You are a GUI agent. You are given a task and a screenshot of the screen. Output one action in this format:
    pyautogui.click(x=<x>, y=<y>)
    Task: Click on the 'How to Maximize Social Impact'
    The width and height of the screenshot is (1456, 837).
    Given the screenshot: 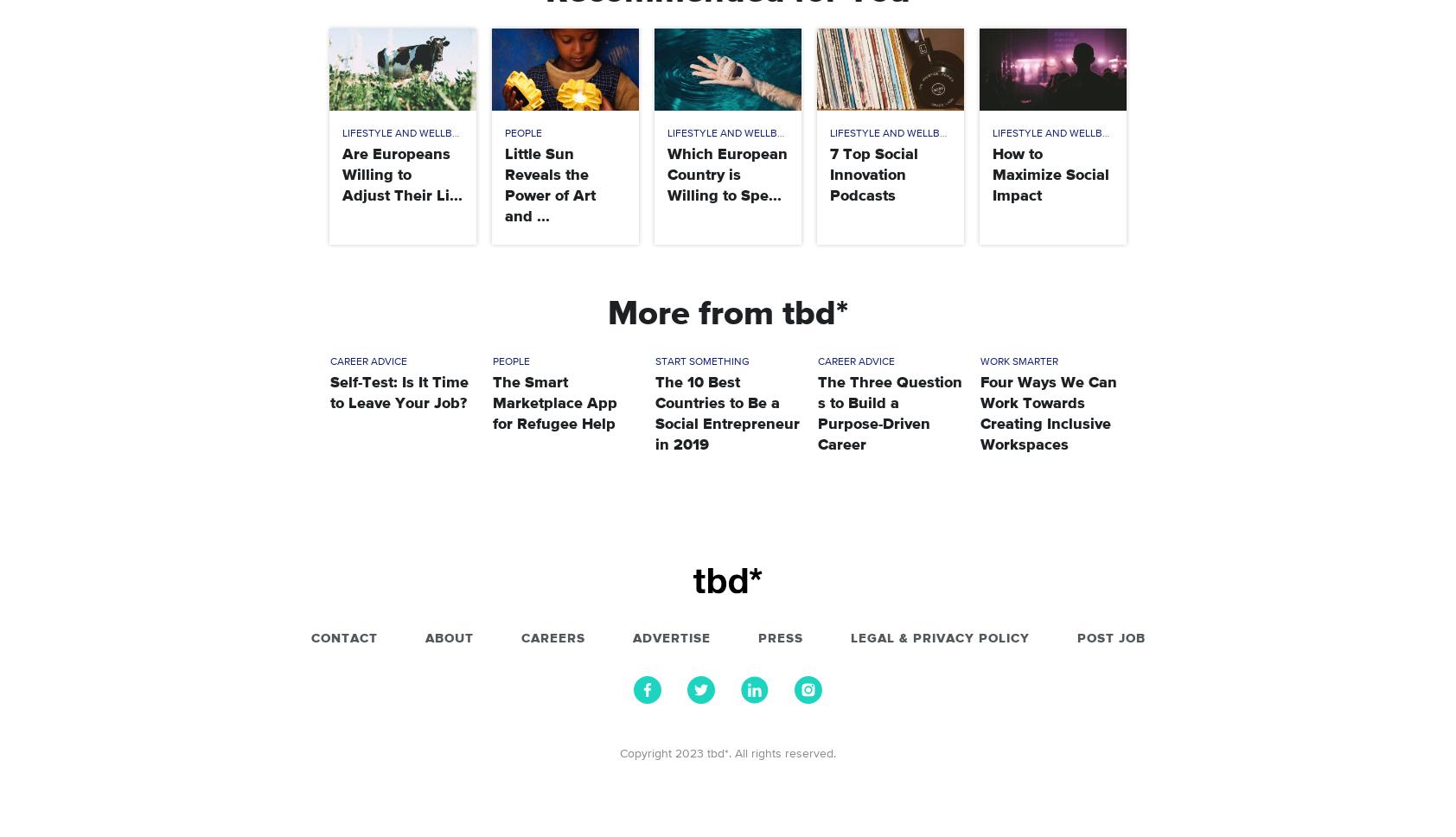 What is the action you would take?
    pyautogui.click(x=1050, y=175)
    